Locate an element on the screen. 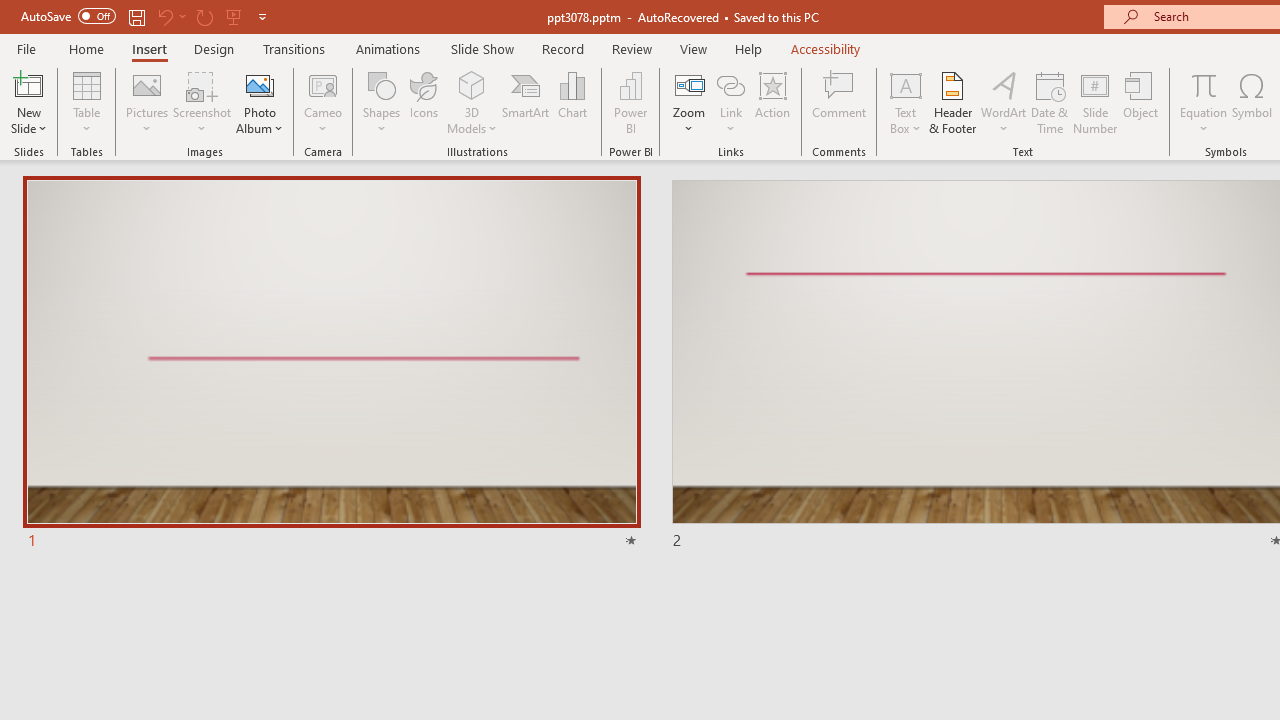 Image resolution: width=1280 pixels, height=720 pixels. 'WordArt' is located at coordinates (1004, 103).